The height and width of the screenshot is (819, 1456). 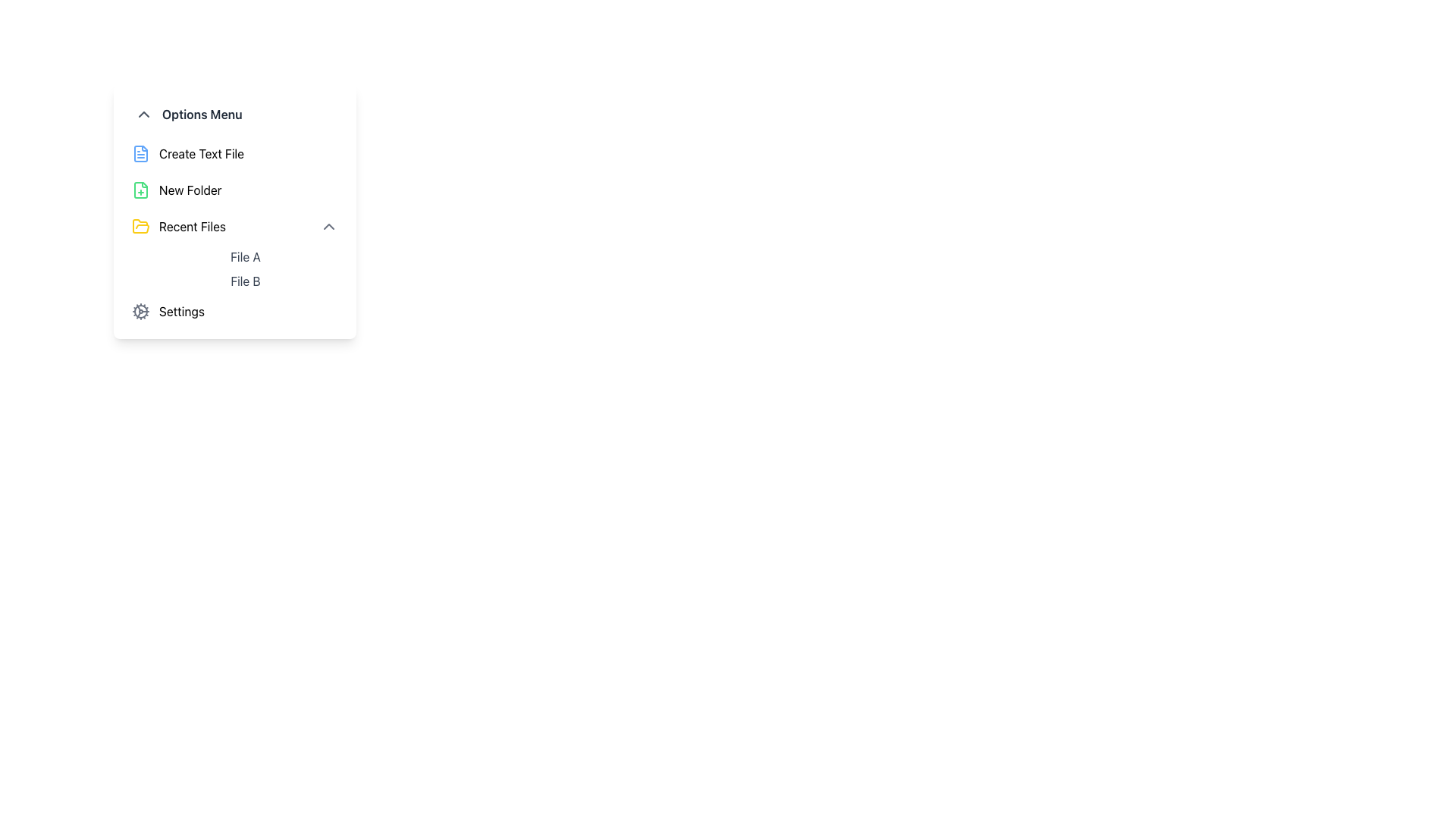 I want to click on the 'Settings' text label in the 'Options Menu', so click(x=182, y=311).